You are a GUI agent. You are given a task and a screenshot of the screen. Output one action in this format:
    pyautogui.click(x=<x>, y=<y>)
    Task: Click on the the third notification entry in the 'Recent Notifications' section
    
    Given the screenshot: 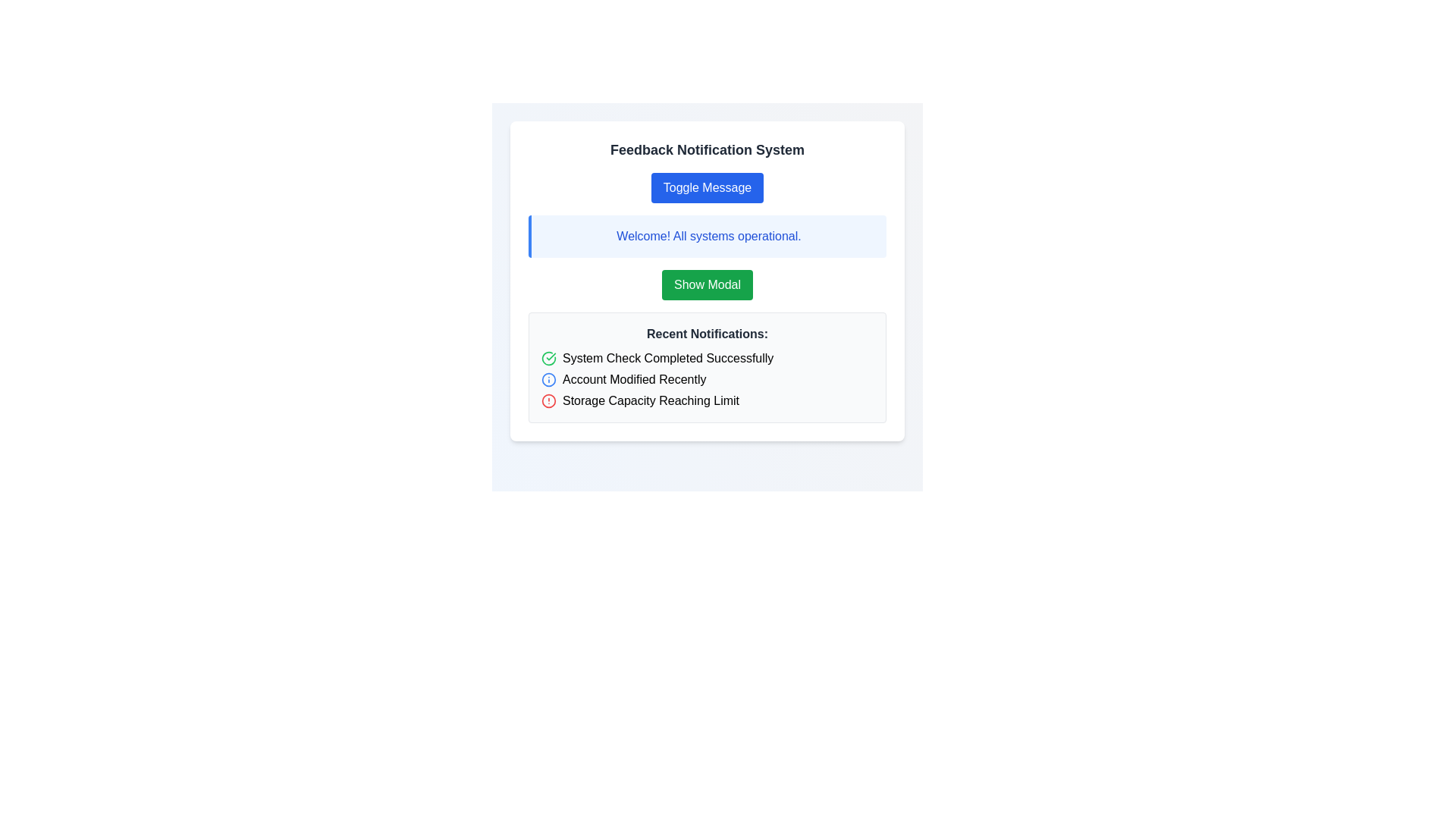 What is the action you would take?
    pyautogui.click(x=706, y=400)
    